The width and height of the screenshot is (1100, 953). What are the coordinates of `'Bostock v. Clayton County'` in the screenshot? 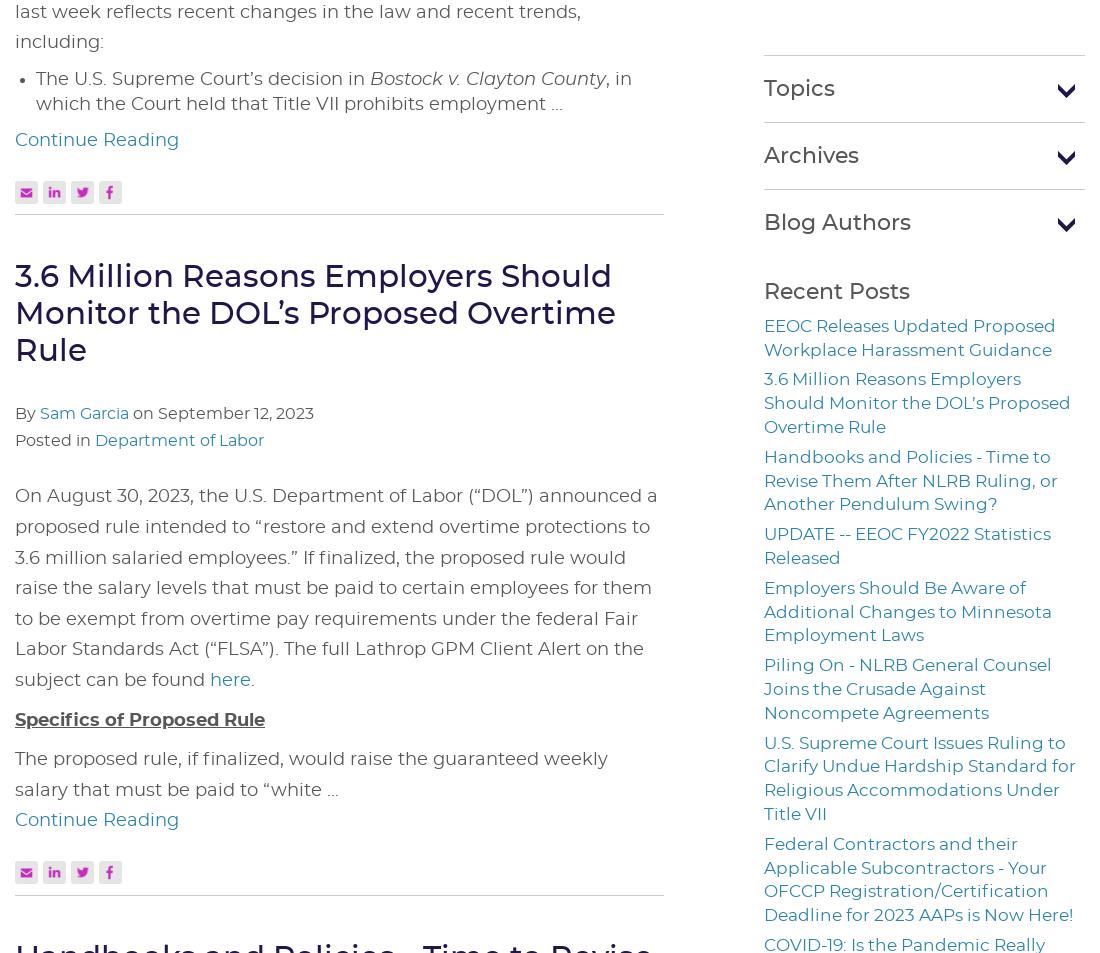 It's located at (487, 78).